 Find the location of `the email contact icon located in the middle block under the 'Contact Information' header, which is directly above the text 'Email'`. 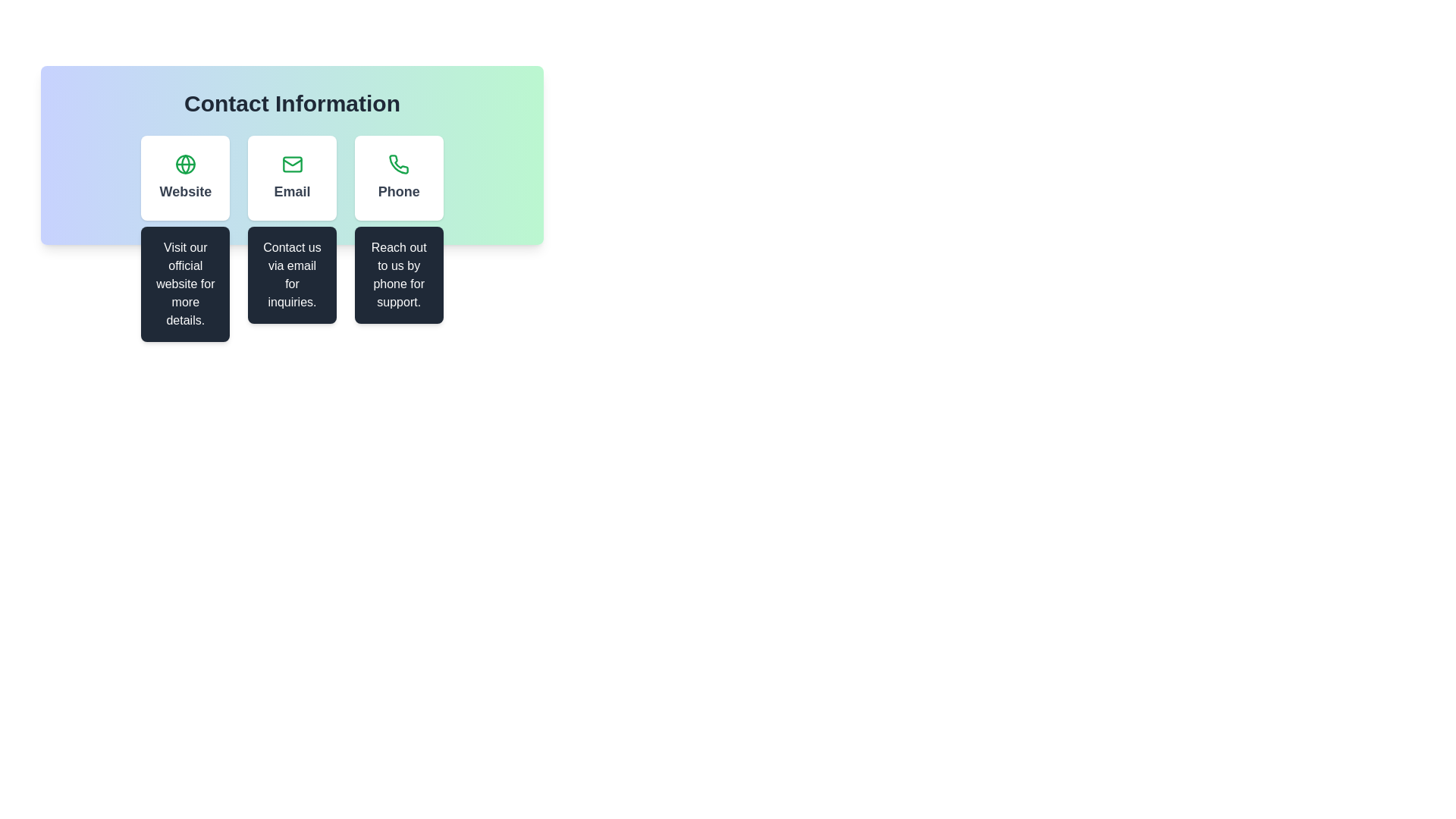

the email contact icon located in the middle block under the 'Contact Information' header, which is directly above the text 'Email' is located at coordinates (292, 164).